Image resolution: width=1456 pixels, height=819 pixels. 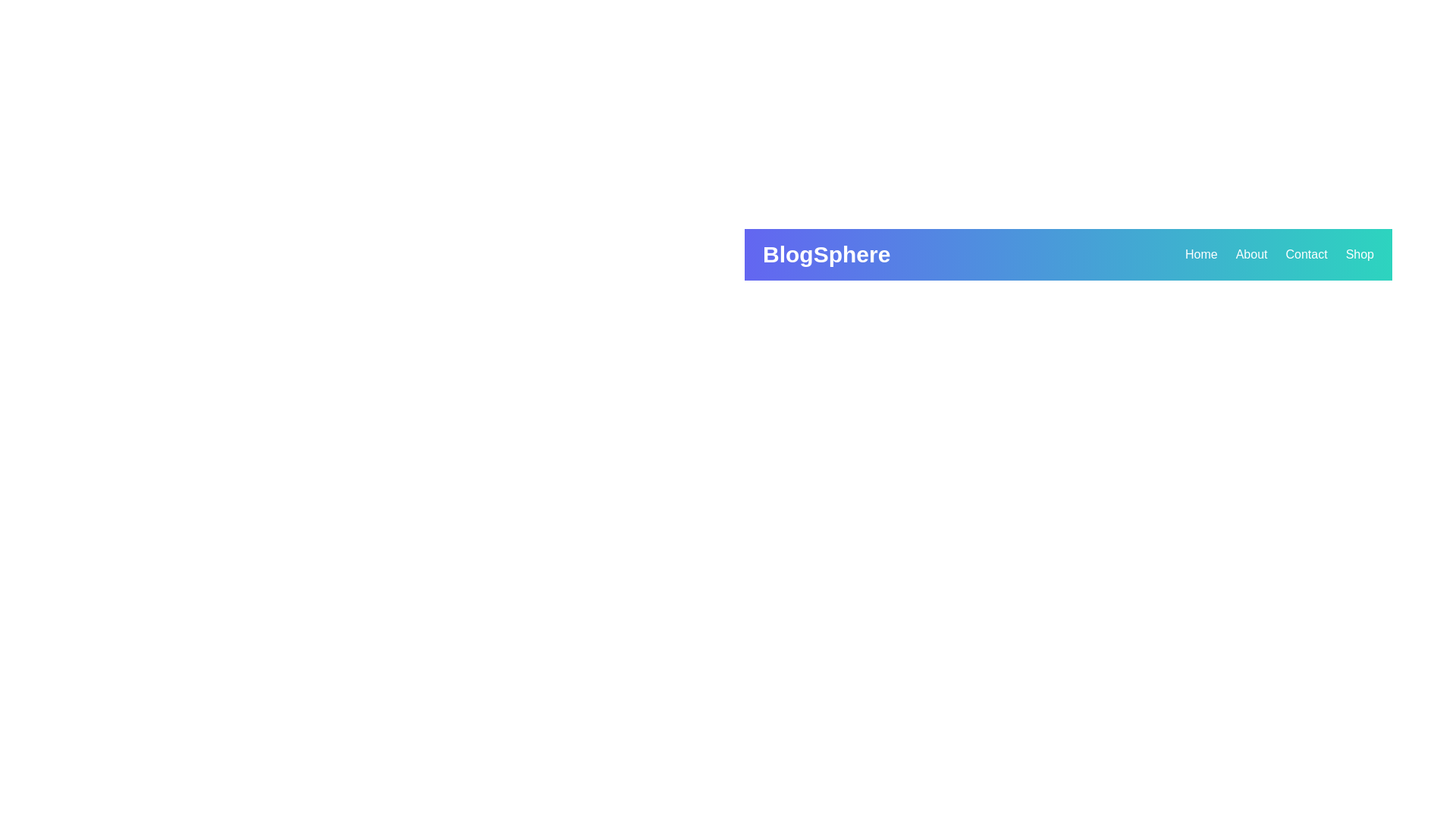 What do you see at coordinates (1200, 253) in the screenshot?
I see `the 'Home' link in the navigation bar` at bounding box center [1200, 253].